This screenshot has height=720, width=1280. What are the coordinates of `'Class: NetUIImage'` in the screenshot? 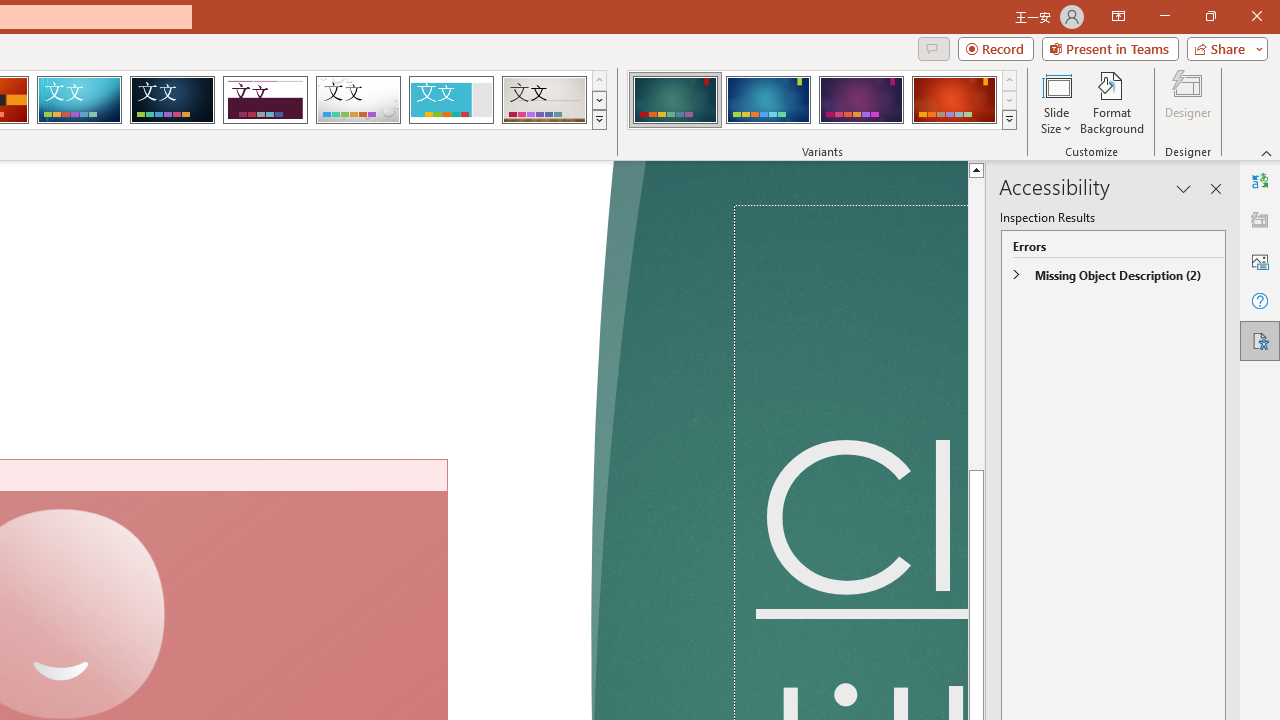 It's located at (1009, 119).